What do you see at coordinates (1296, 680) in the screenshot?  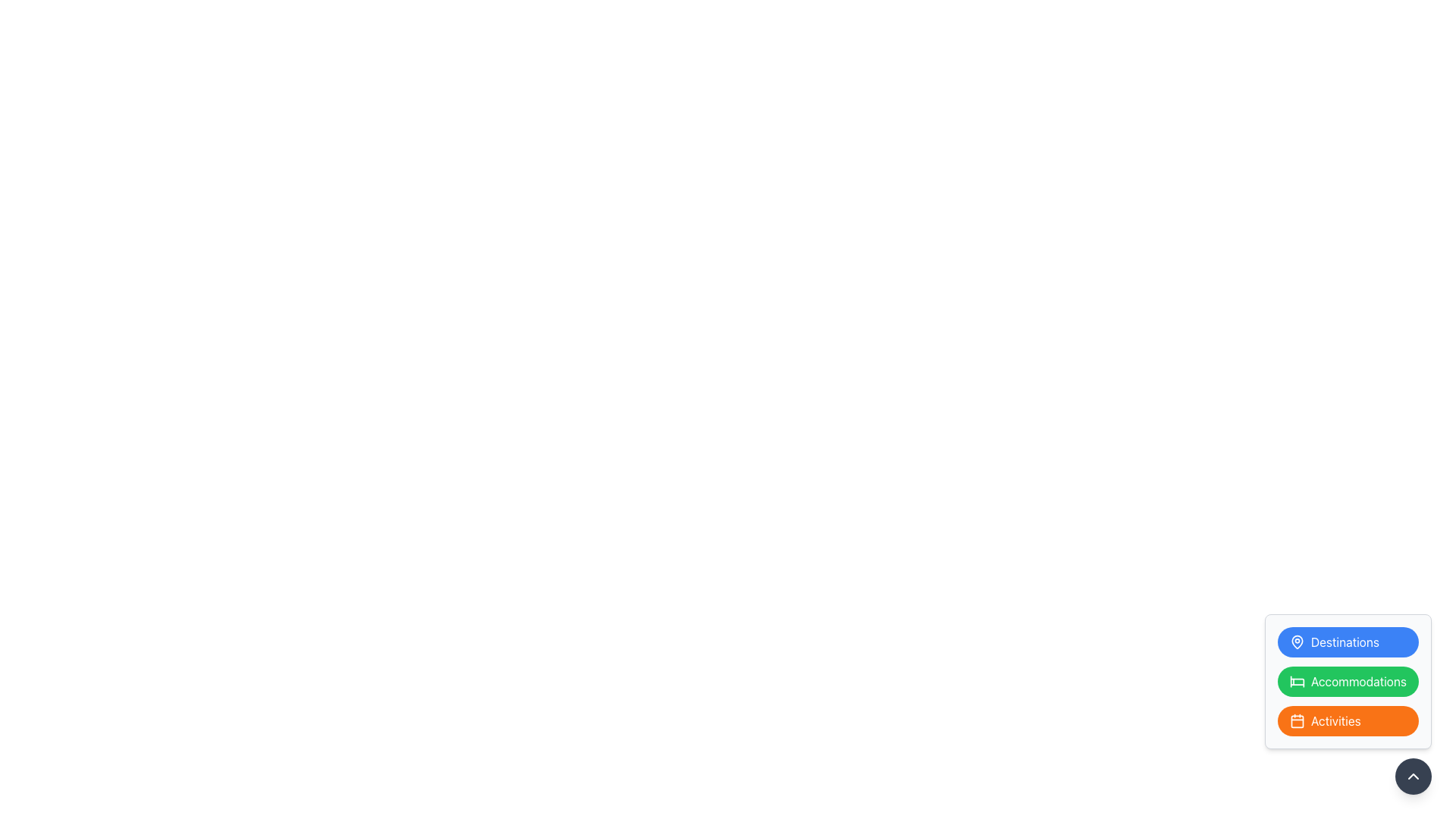 I see `the 'Accommodations' icon located on the left side of the button's text within the green button` at bounding box center [1296, 680].